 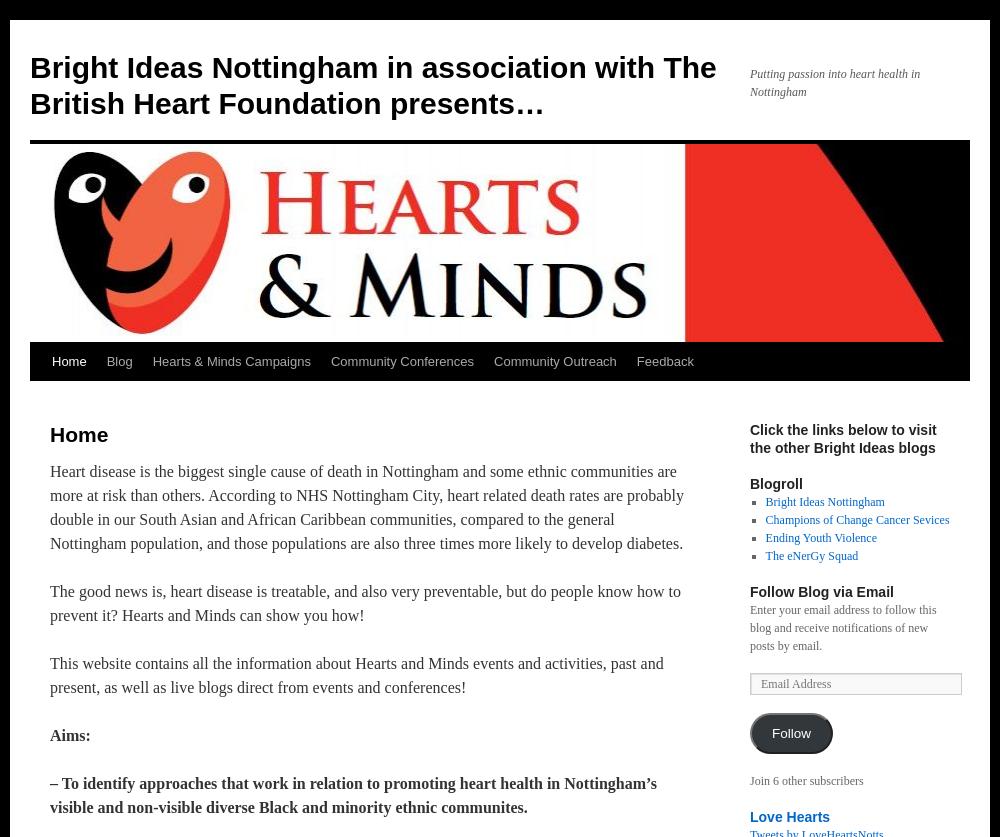 What do you see at coordinates (765, 555) in the screenshot?
I see `'The eNerGy Squad'` at bounding box center [765, 555].